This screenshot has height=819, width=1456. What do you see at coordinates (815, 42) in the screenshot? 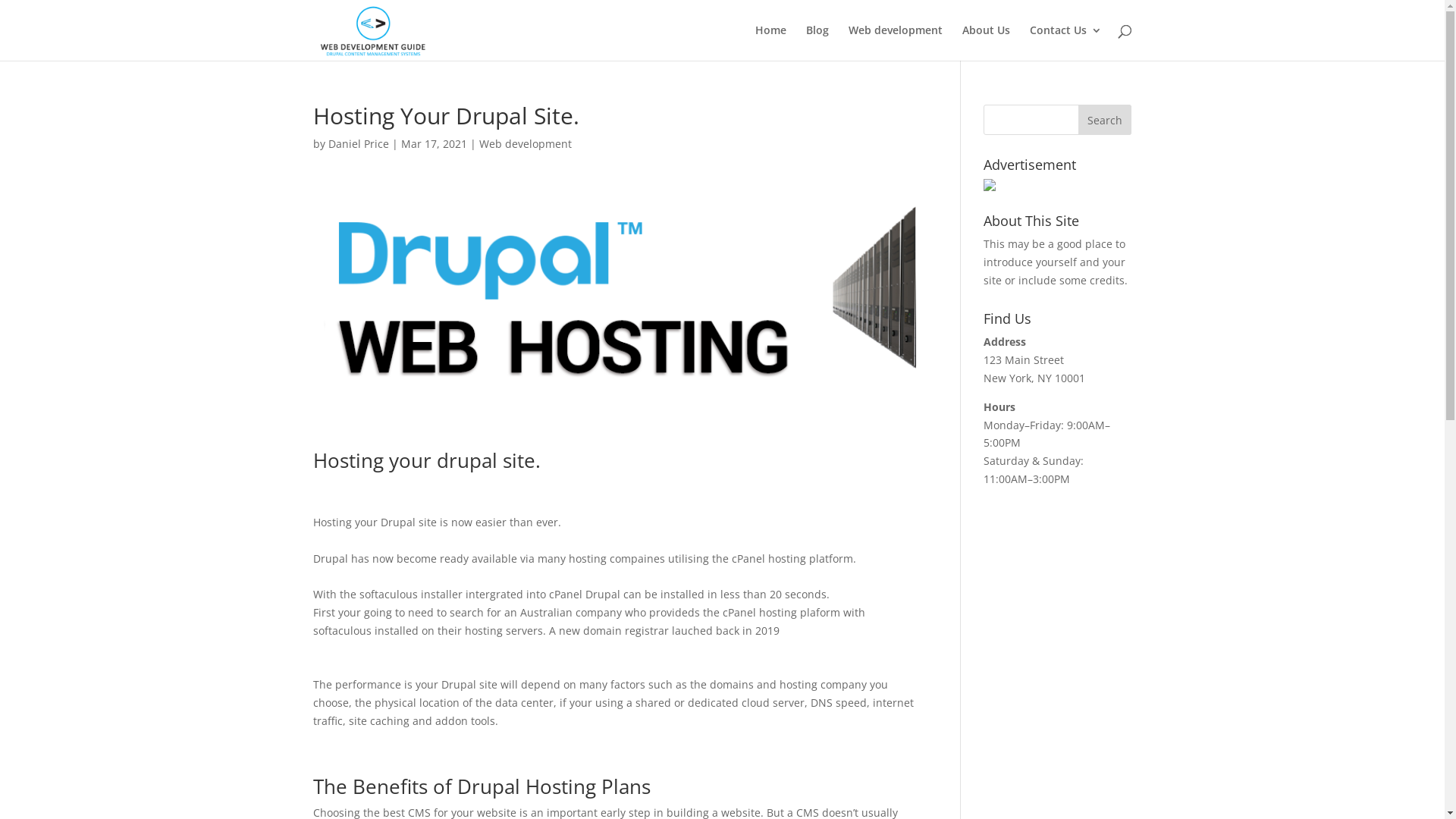
I see `'Blog'` at bounding box center [815, 42].